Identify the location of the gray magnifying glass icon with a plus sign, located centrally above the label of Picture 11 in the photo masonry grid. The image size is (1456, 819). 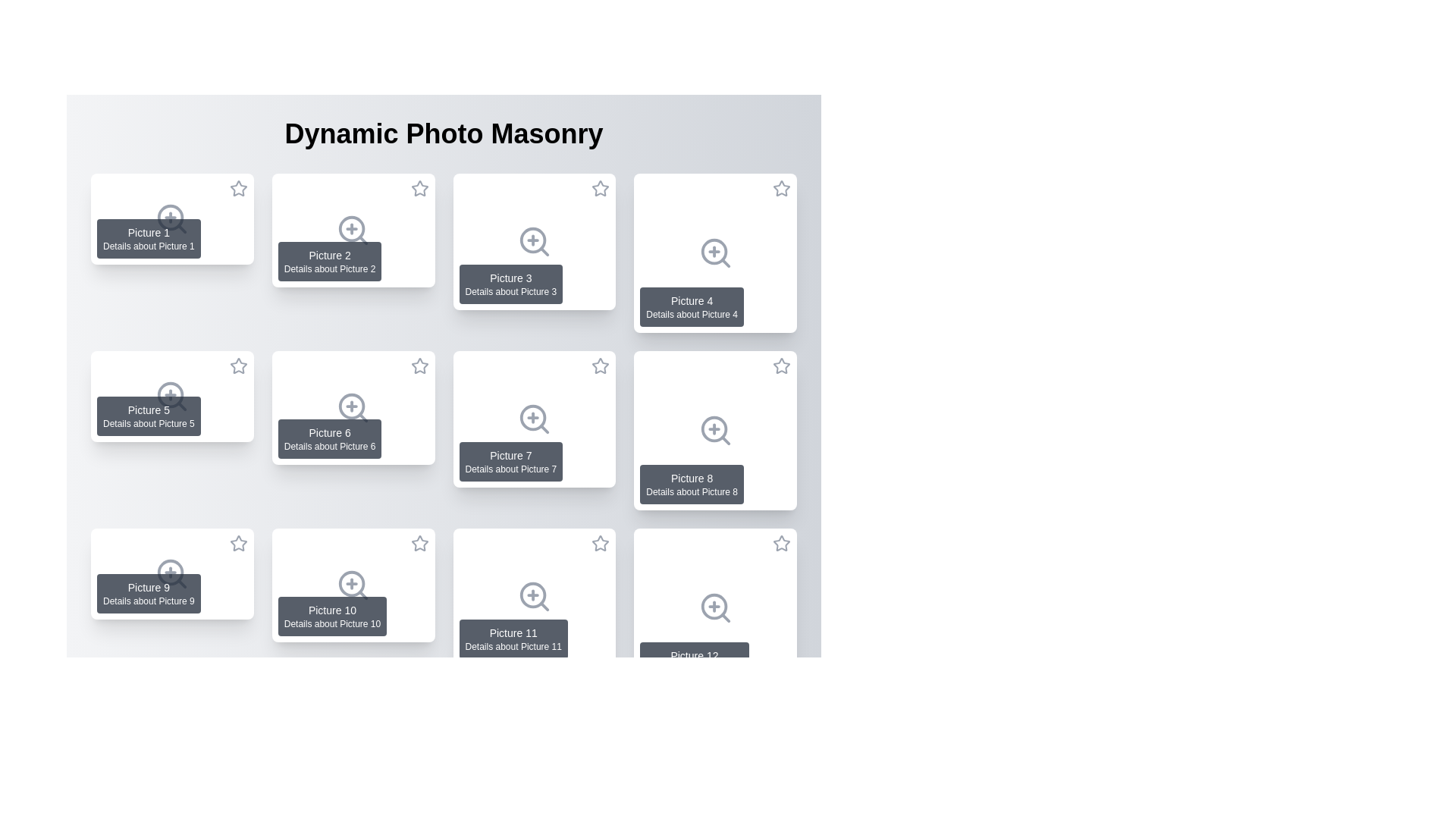
(534, 595).